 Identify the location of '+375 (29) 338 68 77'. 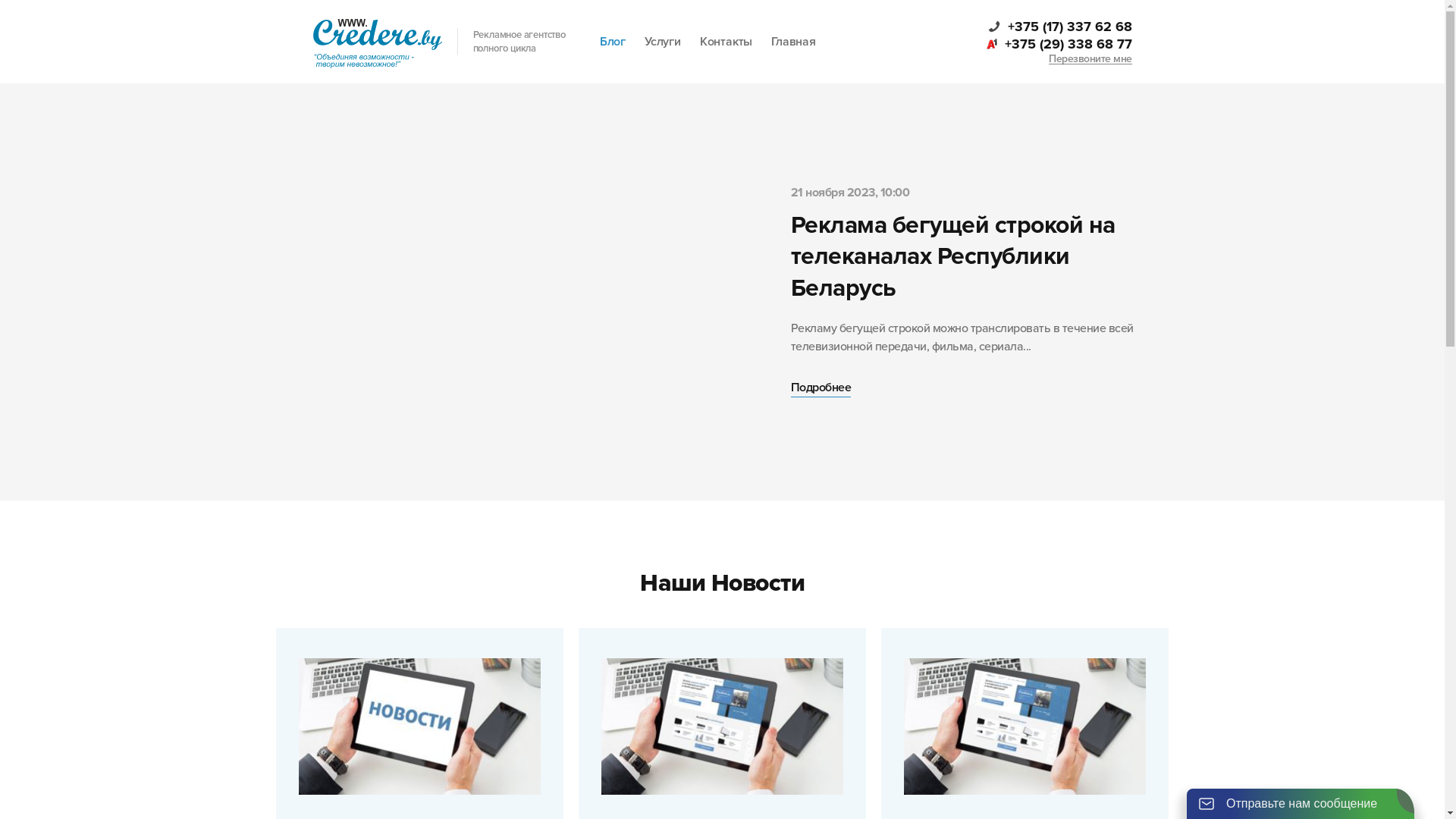
(1057, 42).